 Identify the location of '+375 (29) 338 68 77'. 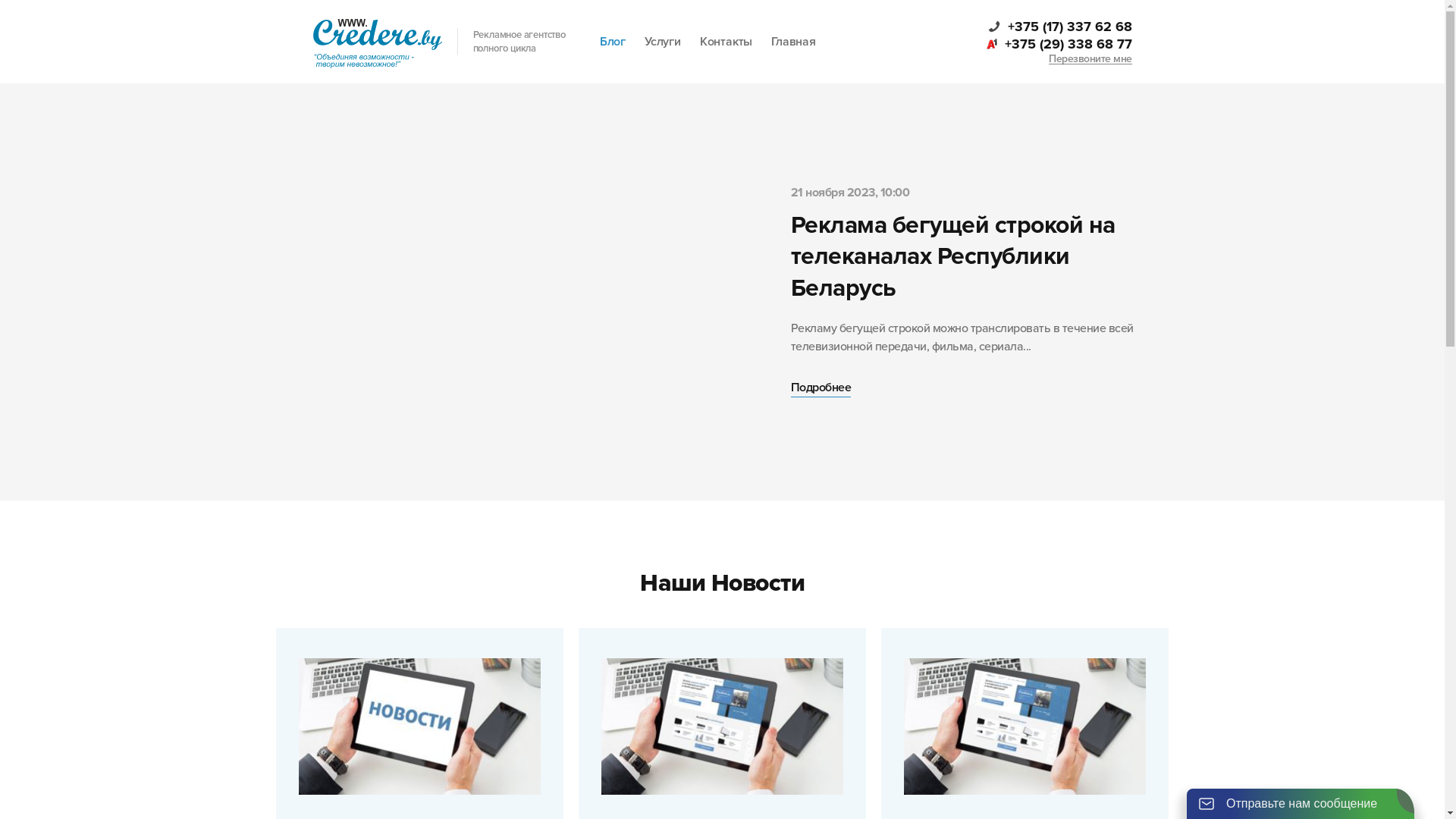
(1057, 42).